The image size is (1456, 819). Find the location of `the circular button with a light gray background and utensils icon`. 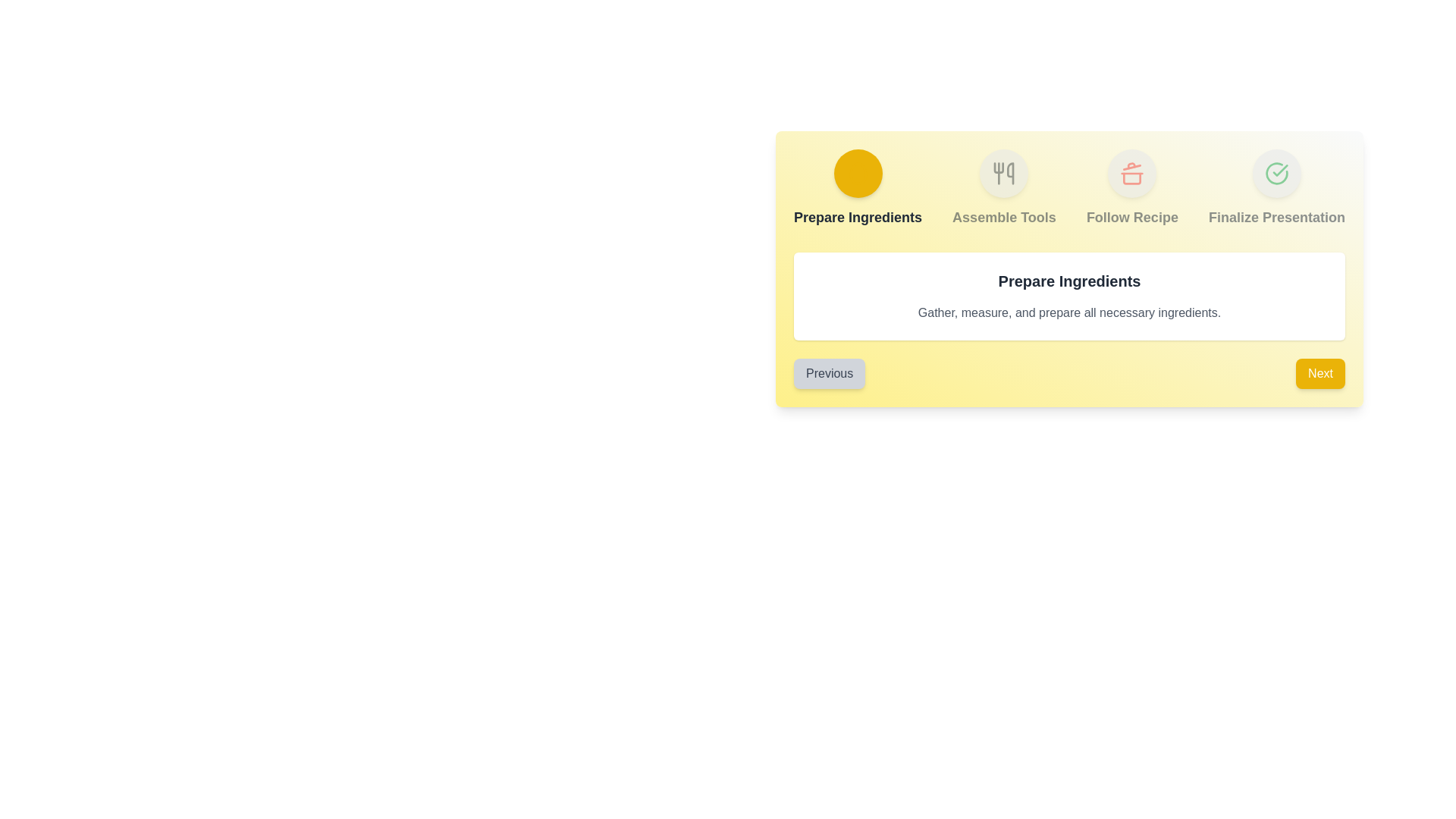

the circular button with a light gray background and utensils icon is located at coordinates (1004, 172).